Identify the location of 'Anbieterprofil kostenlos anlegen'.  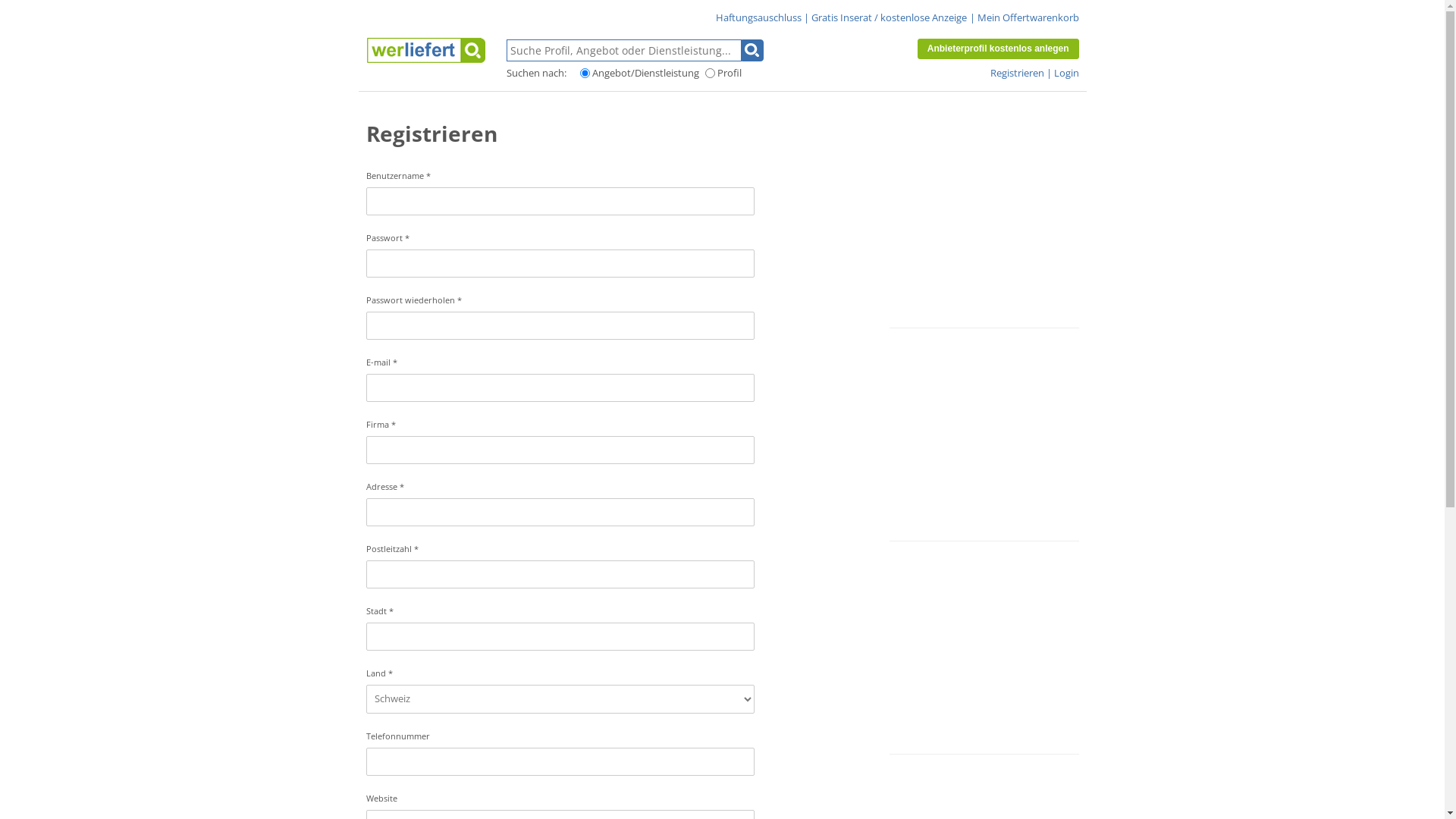
(998, 48).